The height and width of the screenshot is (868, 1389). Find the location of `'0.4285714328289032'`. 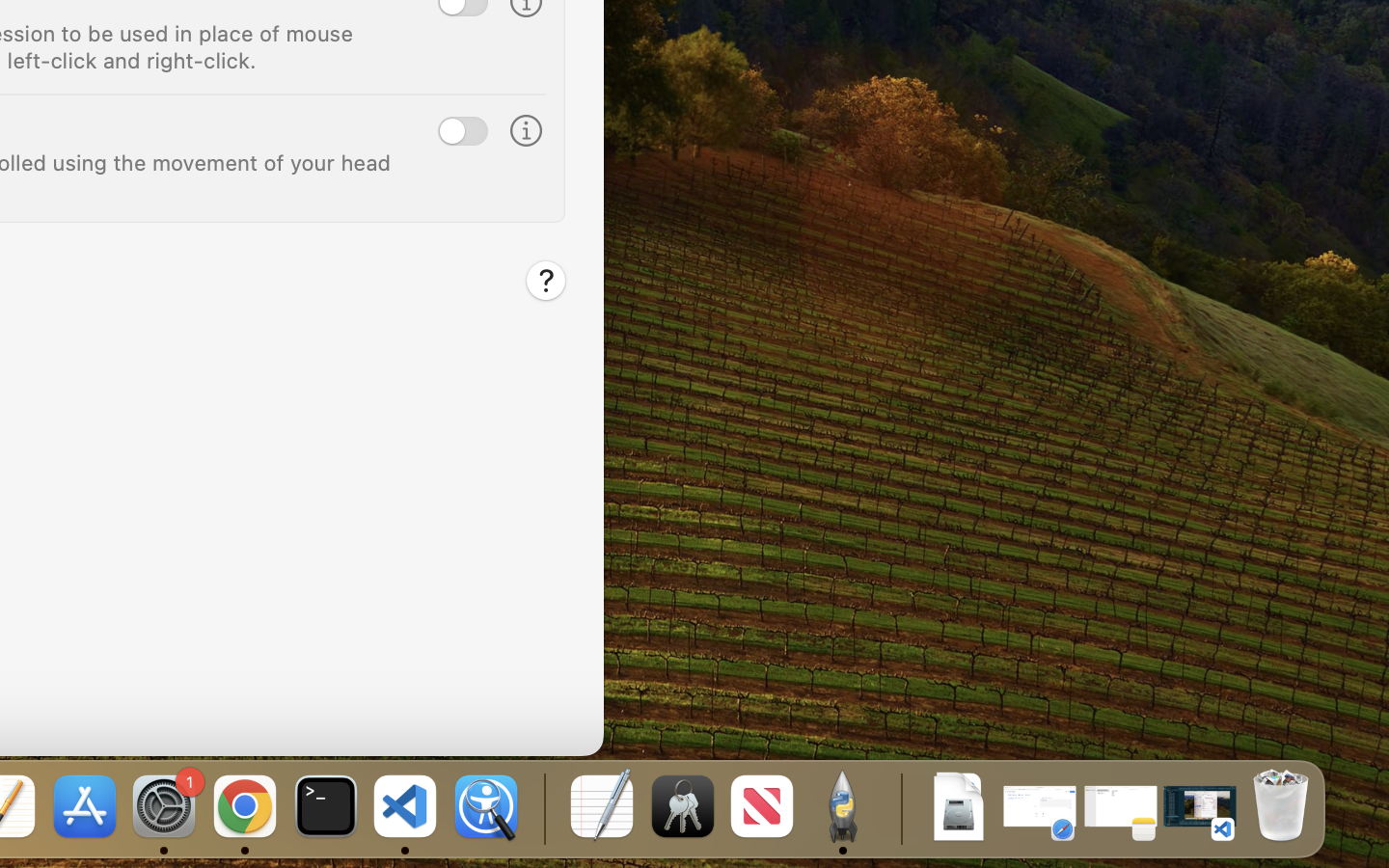

'0.4285714328289032' is located at coordinates (542, 807).